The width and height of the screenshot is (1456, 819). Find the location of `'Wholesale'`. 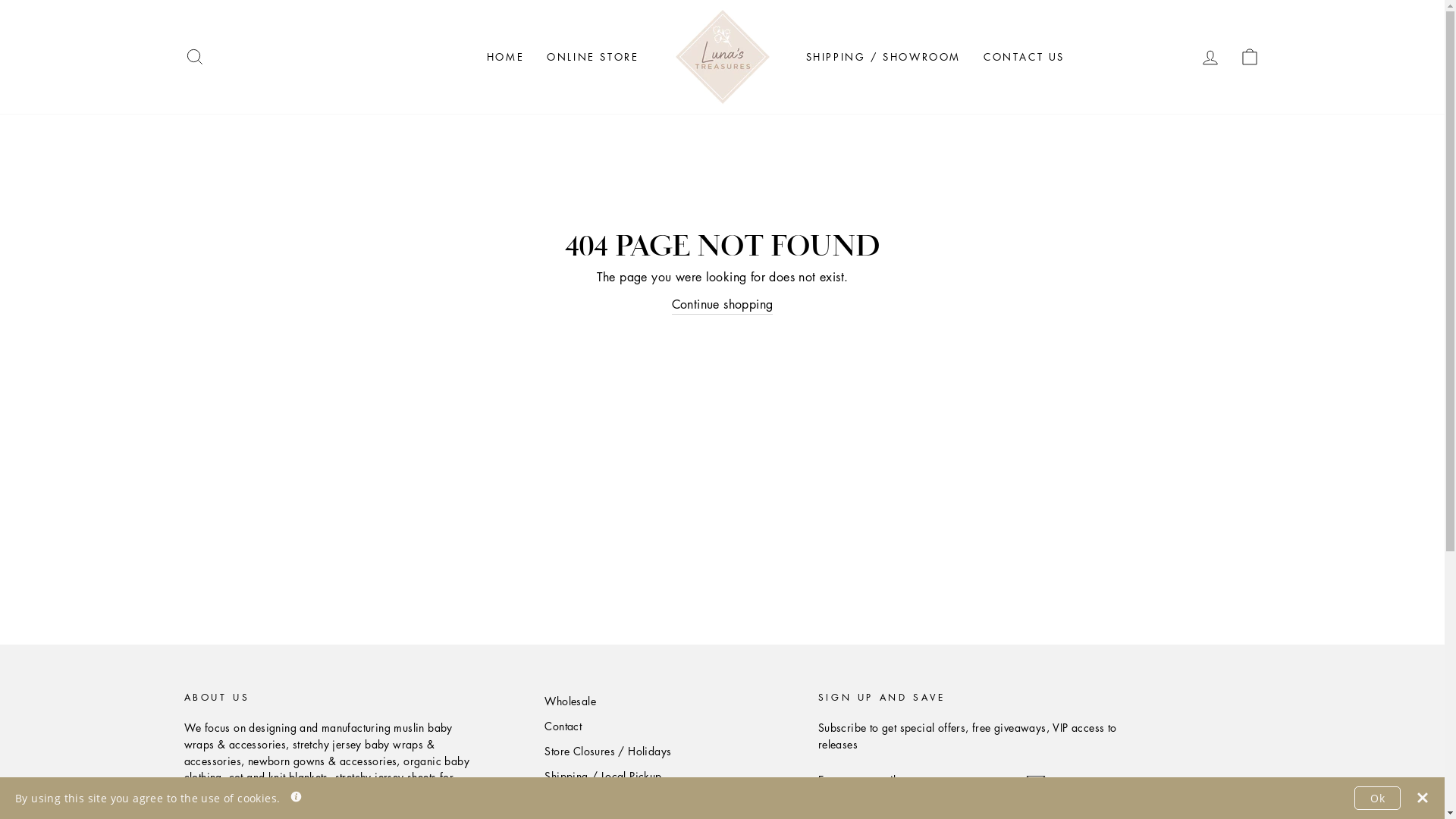

'Wholesale' is located at coordinates (570, 701).